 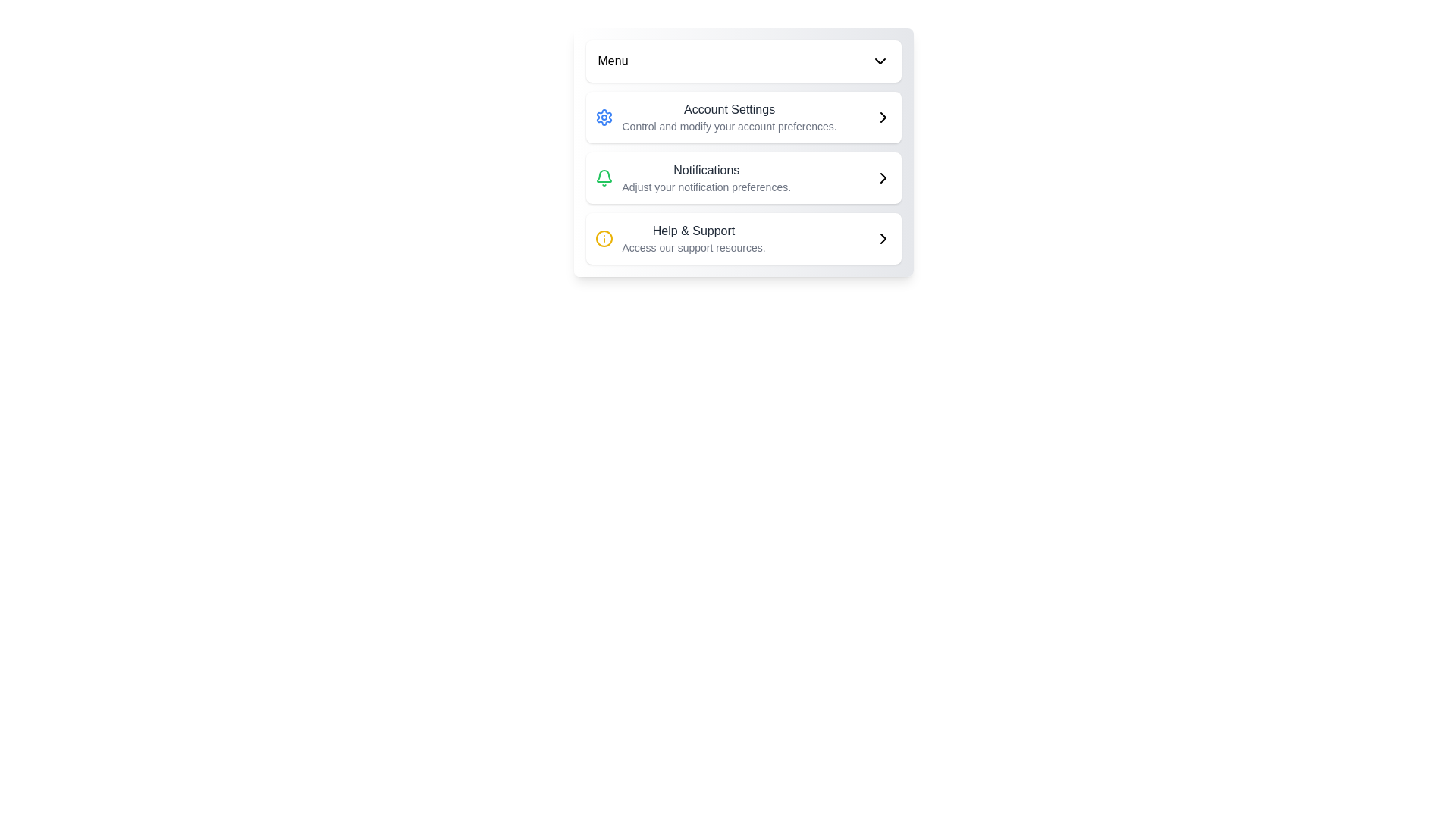 I want to click on the notification indicator icon, so click(x=603, y=177).